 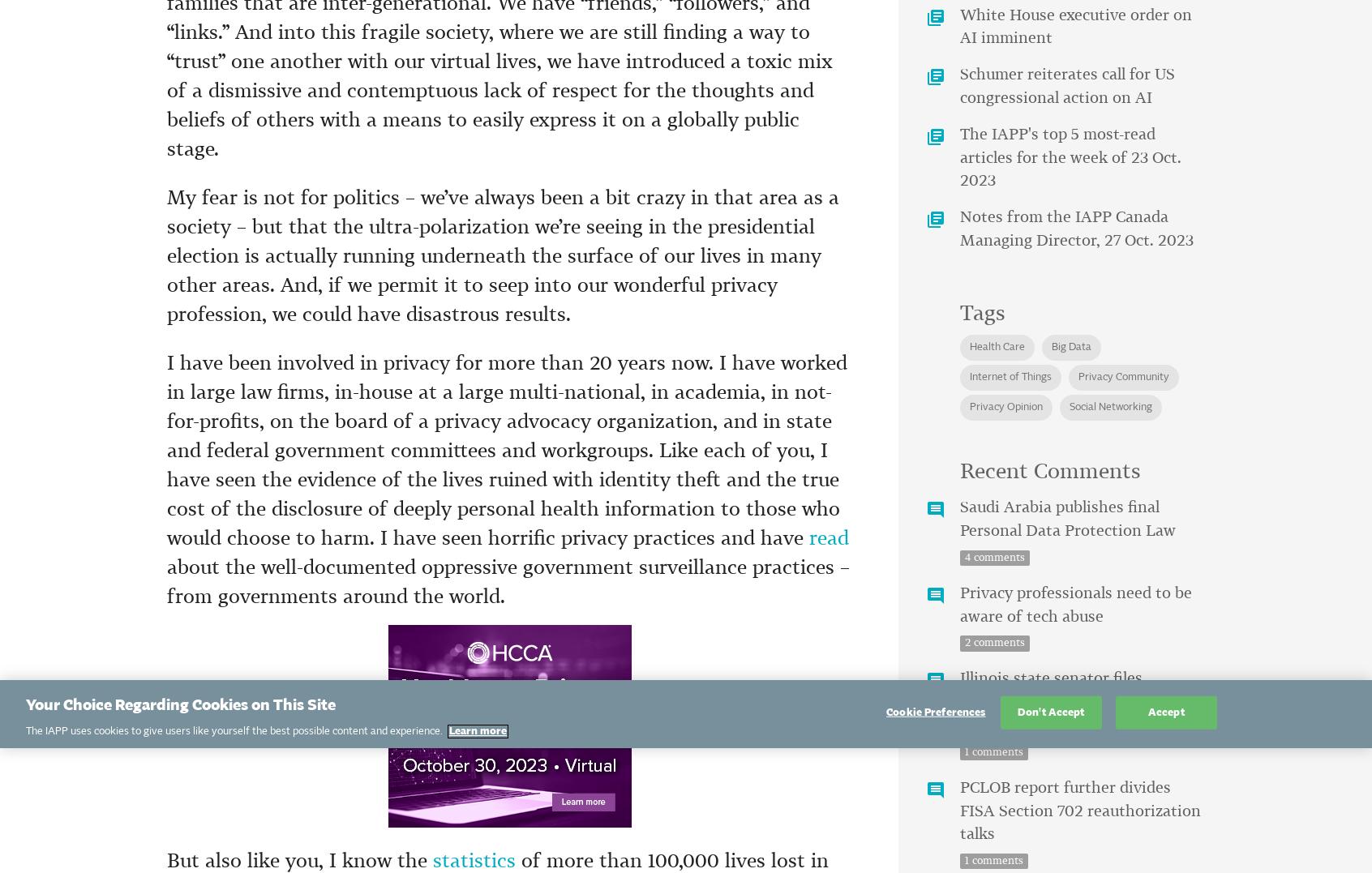 What do you see at coordinates (966, 643) in the screenshot?
I see `'2'` at bounding box center [966, 643].